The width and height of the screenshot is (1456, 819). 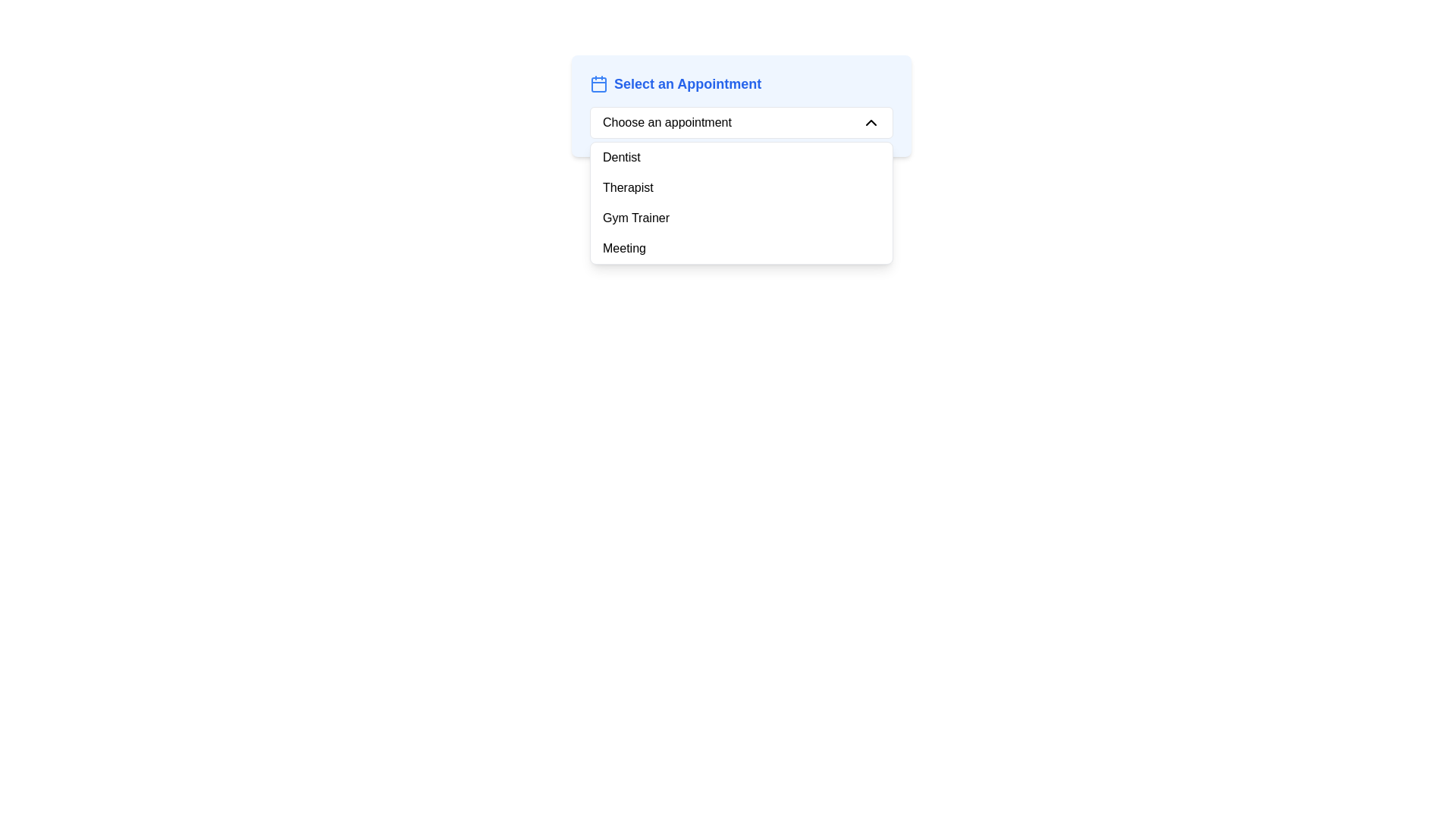 What do you see at coordinates (742, 105) in the screenshot?
I see `an appointment option from the centrally positioned dropdown menu in the Panel with embedded dropdown and list` at bounding box center [742, 105].